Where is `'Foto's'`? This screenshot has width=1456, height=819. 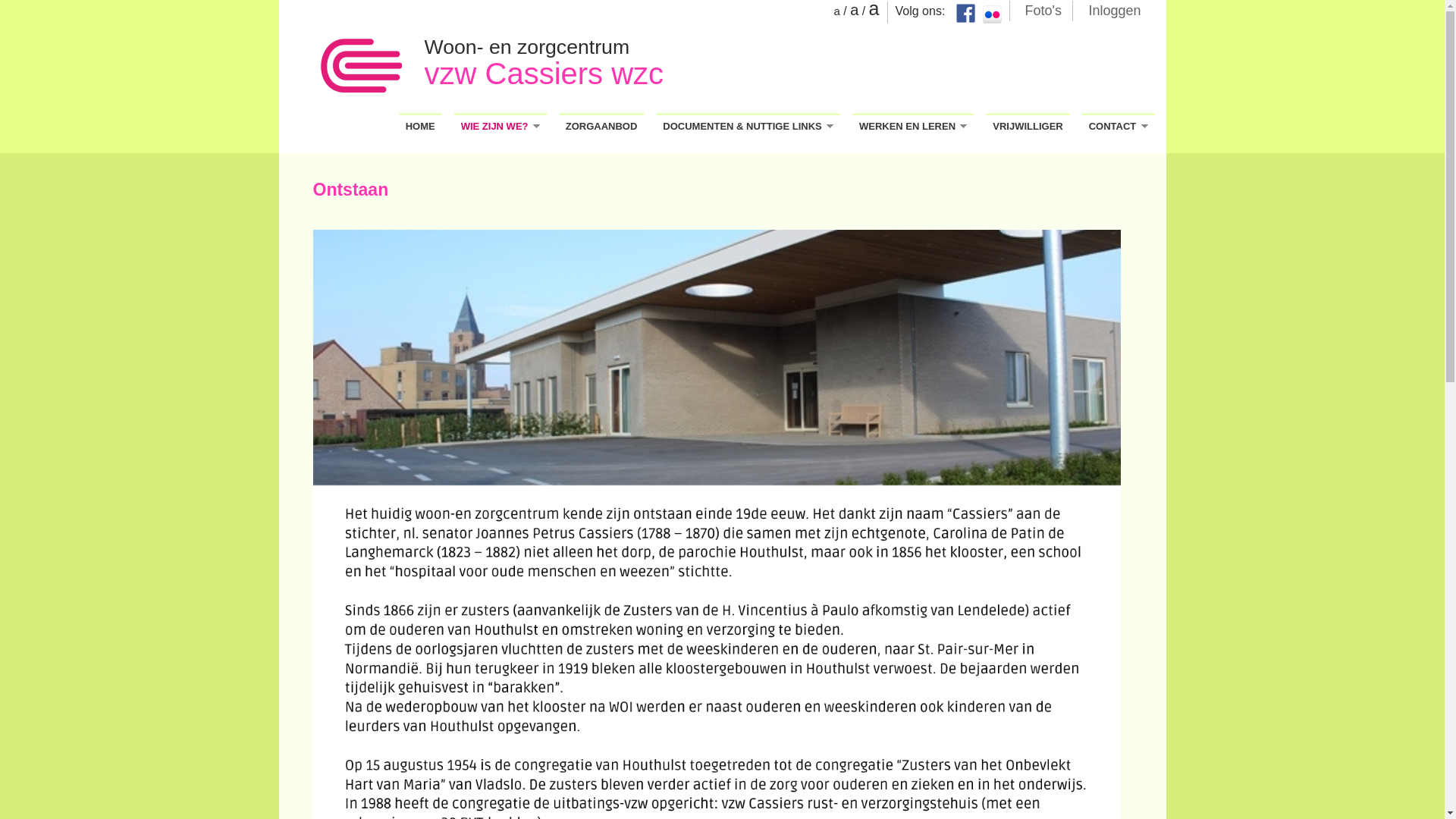
'Foto's' is located at coordinates (1043, 9).